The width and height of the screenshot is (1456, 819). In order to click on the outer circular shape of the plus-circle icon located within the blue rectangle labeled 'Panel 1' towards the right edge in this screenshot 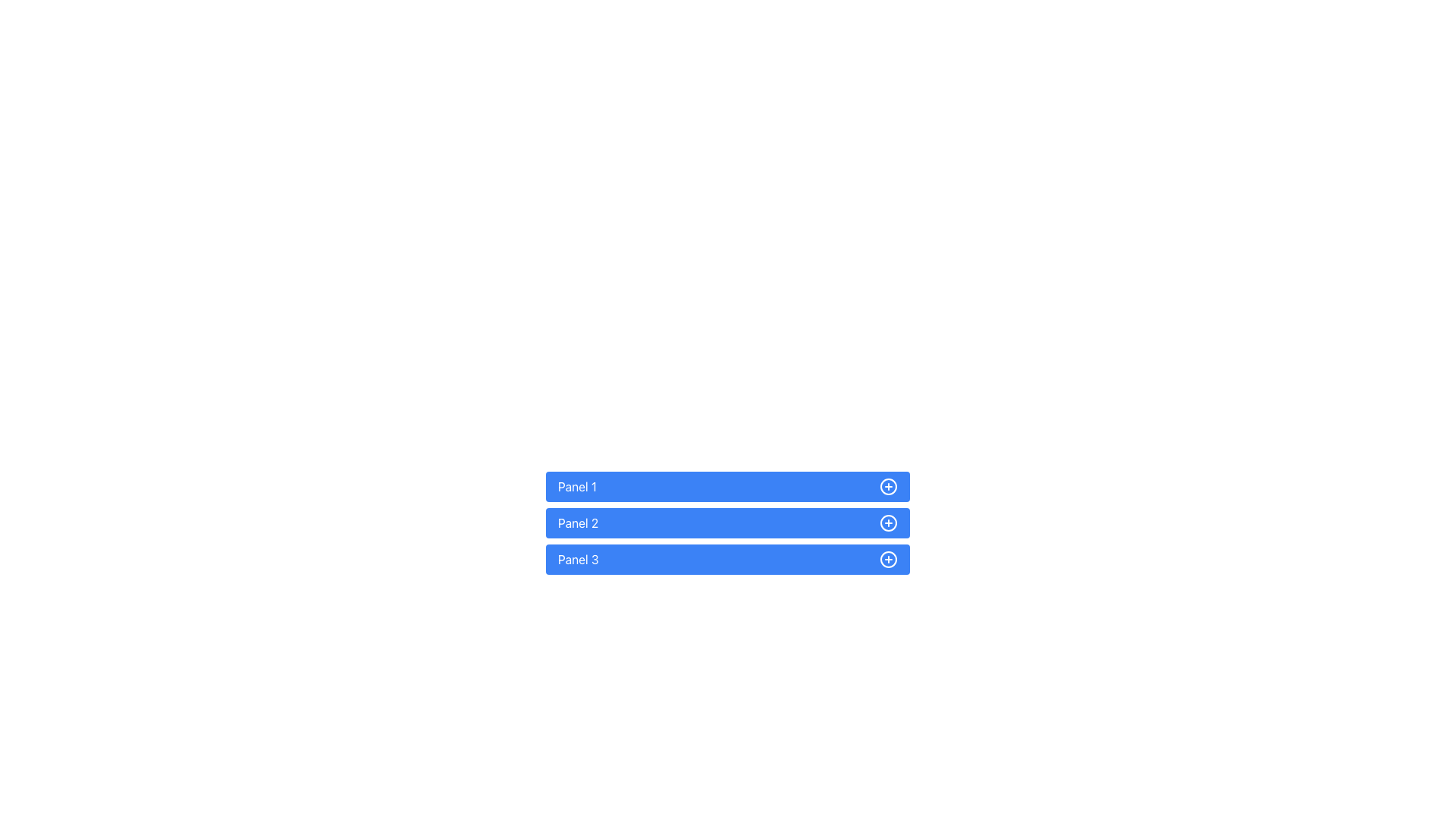, I will do `click(888, 486)`.